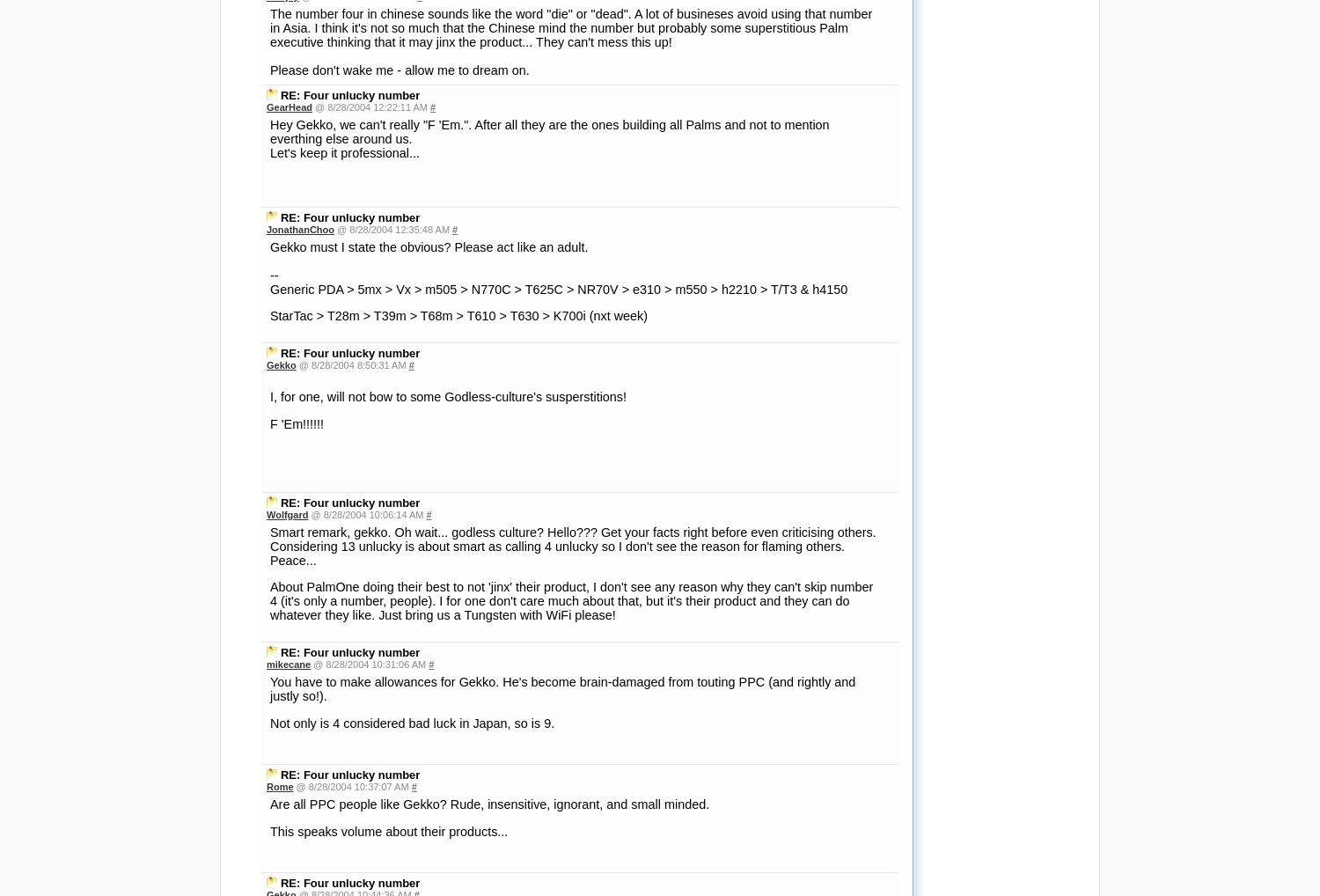 The height and width of the screenshot is (896, 1320). What do you see at coordinates (280, 364) in the screenshot?
I see `'Gekko'` at bounding box center [280, 364].